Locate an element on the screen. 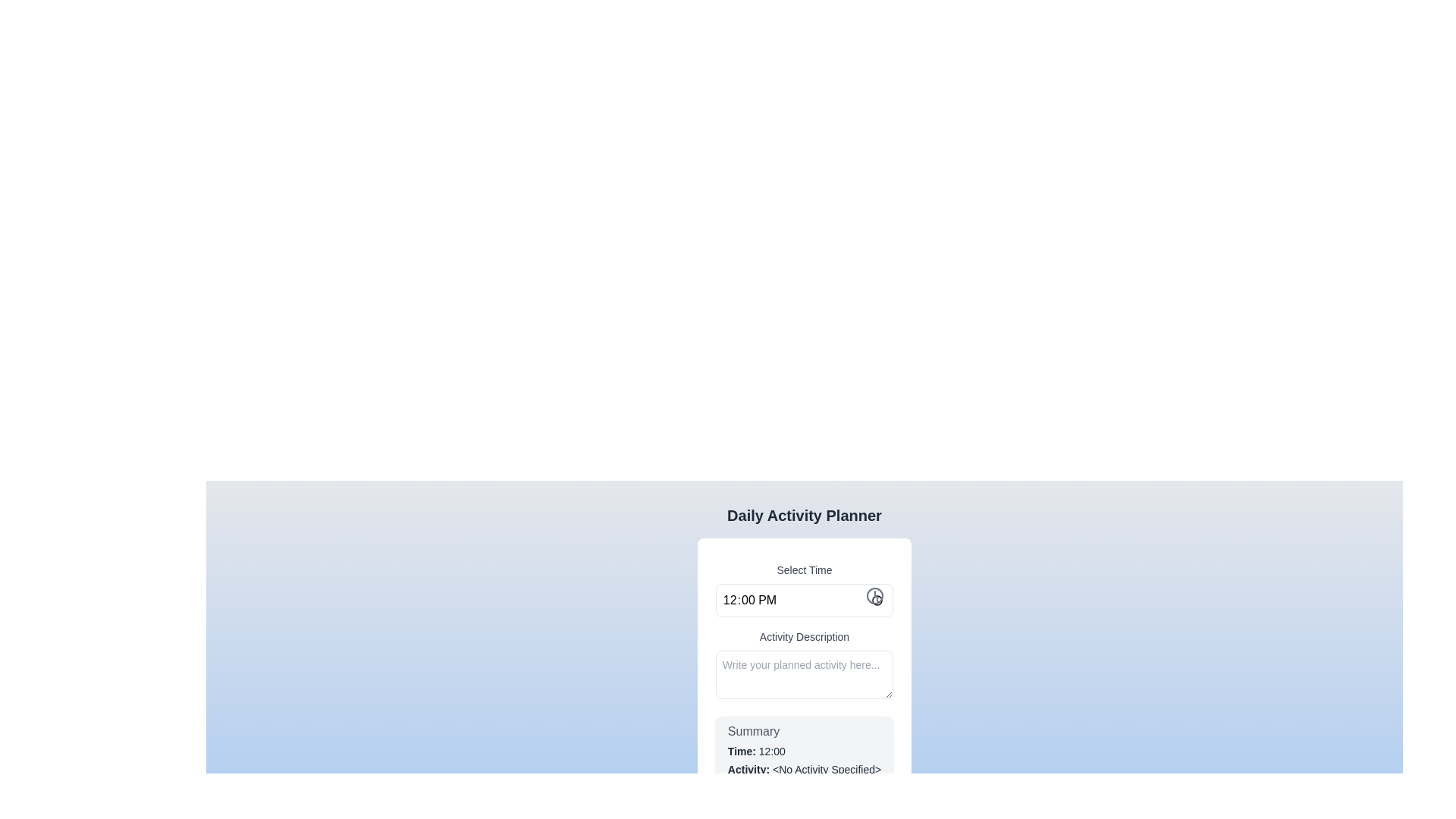 Image resolution: width=1456 pixels, height=819 pixels. the second text line that displays information about the user's activity selection, located below the 'Time: 12:00' label in the summary section is located at coordinates (803, 769).